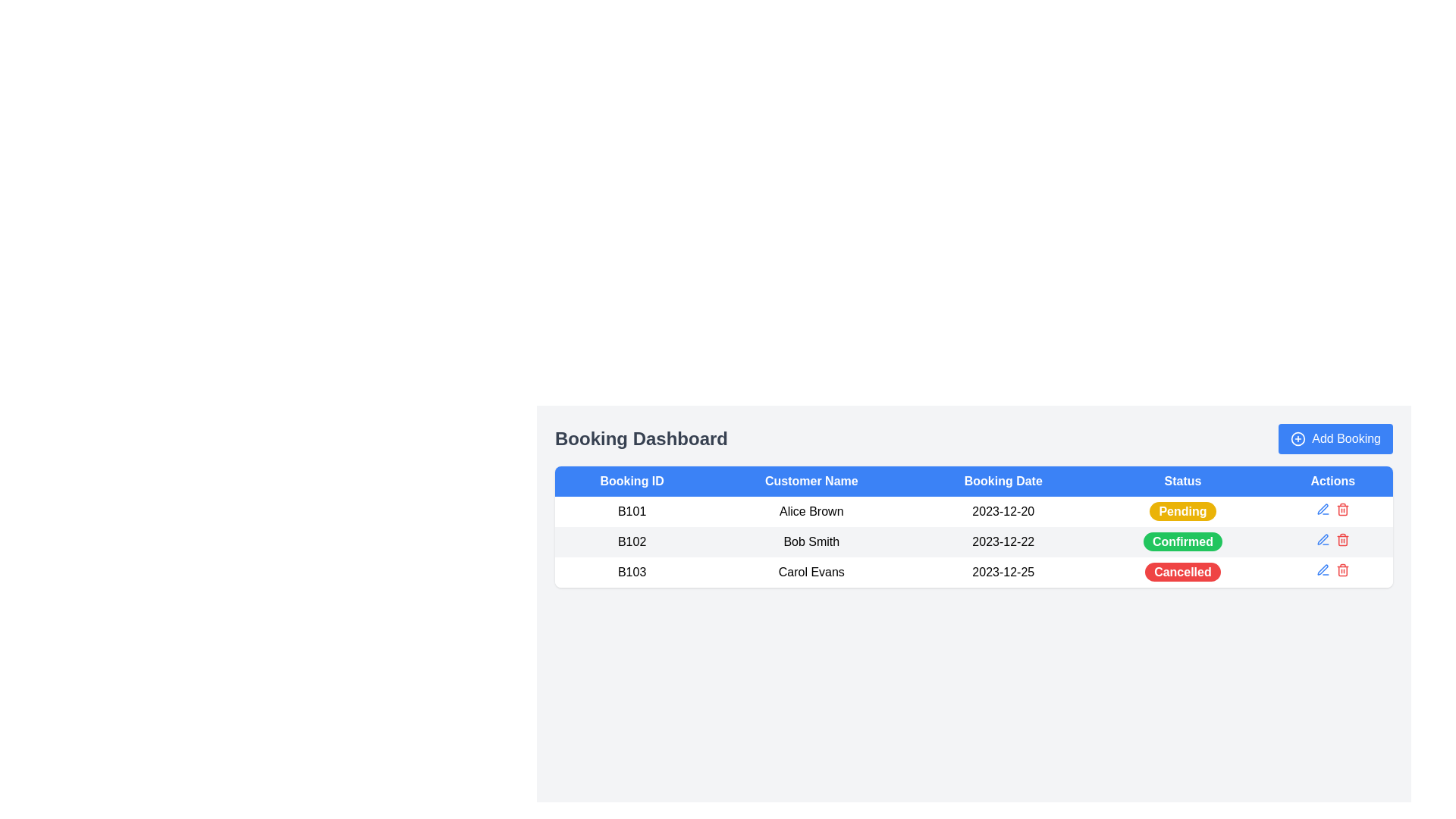 The image size is (1456, 819). What do you see at coordinates (1182, 541) in the screenshot?
I see `the Status indicator label in the 'Status' column of the second row in the 'Booking Dashboard' table, which indicates that the booking for 'Bob Smith' has been confirmed` at bounding box center [1182, 541].